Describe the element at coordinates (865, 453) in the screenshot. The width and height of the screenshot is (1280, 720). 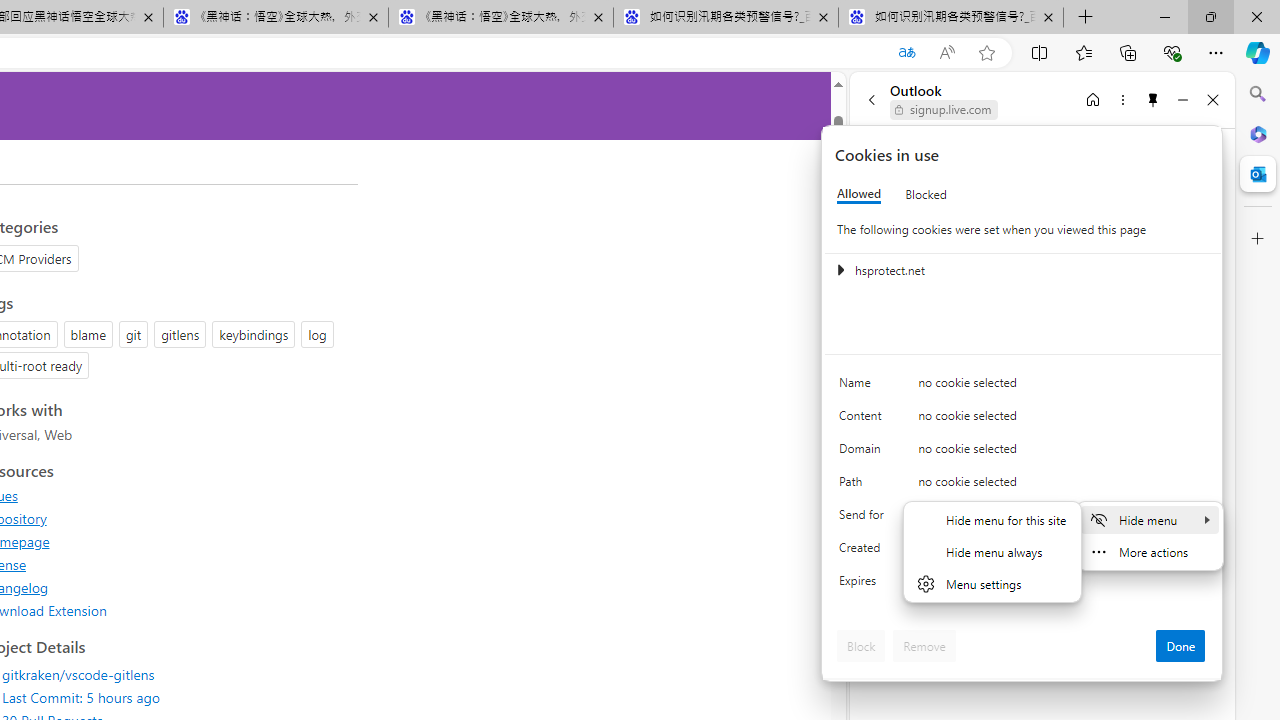
I see `'Domain'` at that location.